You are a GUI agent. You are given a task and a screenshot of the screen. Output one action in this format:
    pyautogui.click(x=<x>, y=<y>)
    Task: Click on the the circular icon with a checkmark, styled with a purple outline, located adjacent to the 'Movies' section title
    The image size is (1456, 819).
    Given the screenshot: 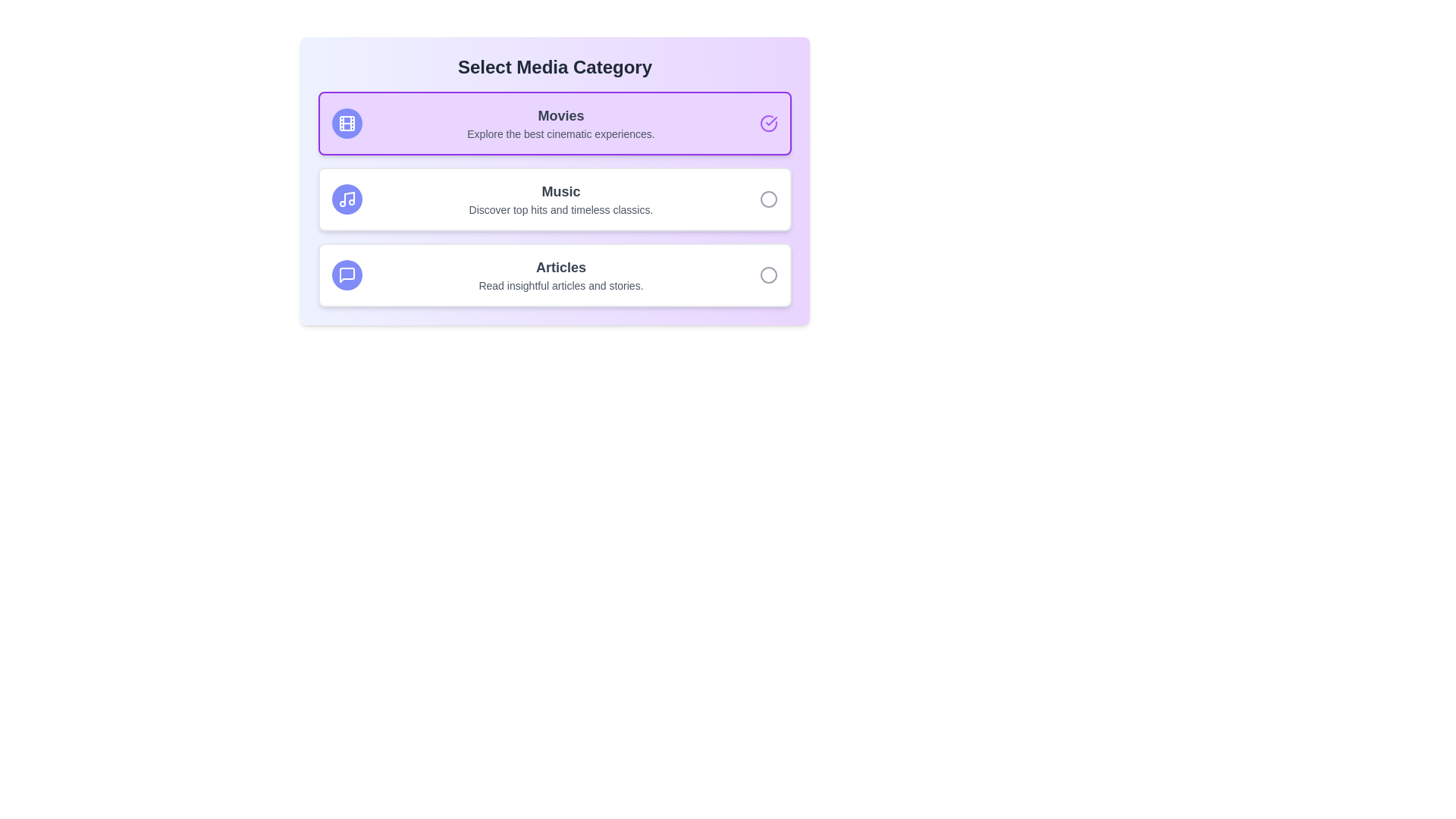 What is the action you would take?
    pyautogui.click(x=768, y=122)
    